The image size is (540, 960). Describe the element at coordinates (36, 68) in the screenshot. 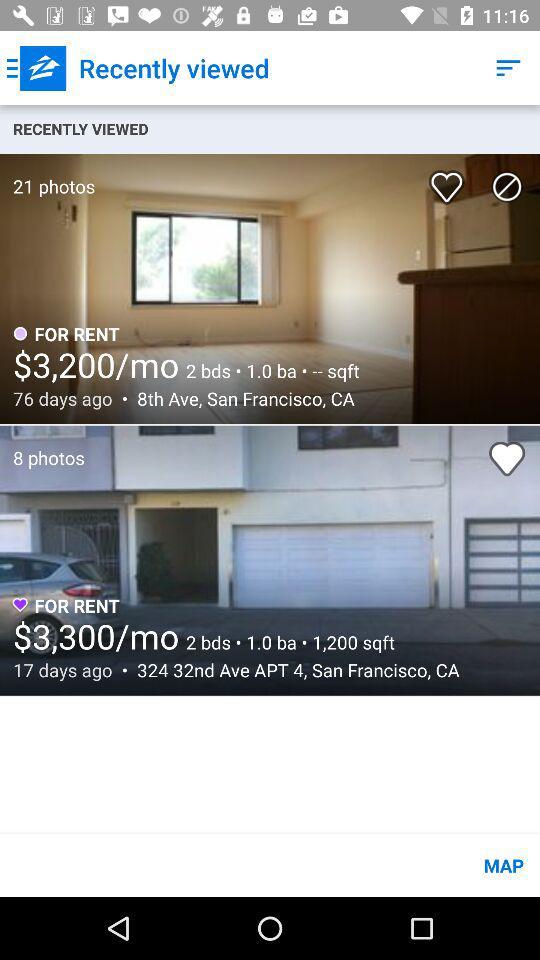

I see `the icon to the left of the recently viewed app` at that location.